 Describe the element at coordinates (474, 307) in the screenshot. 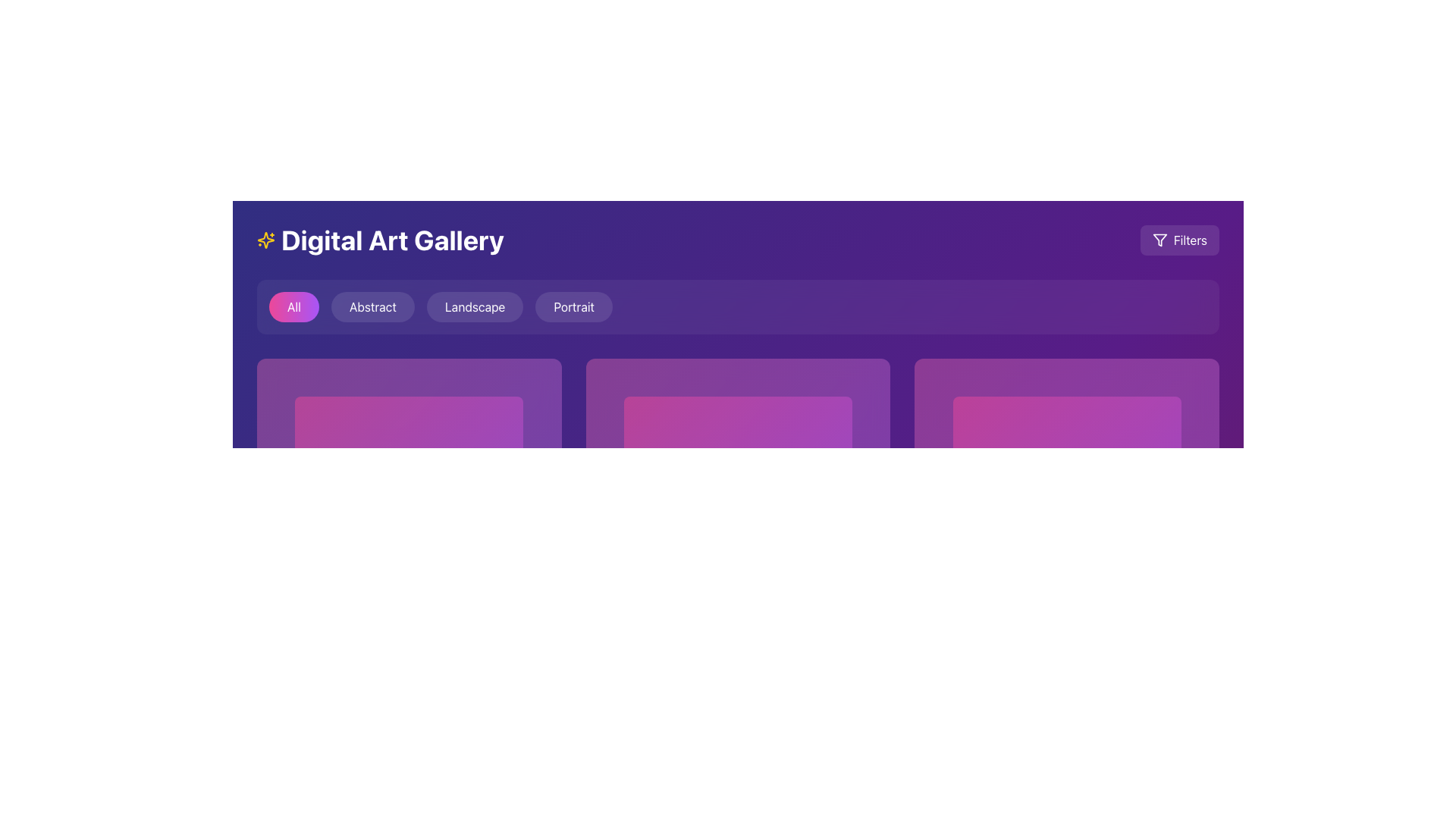

I see `the button labeled 'landscape' with rounded corners` at that location.